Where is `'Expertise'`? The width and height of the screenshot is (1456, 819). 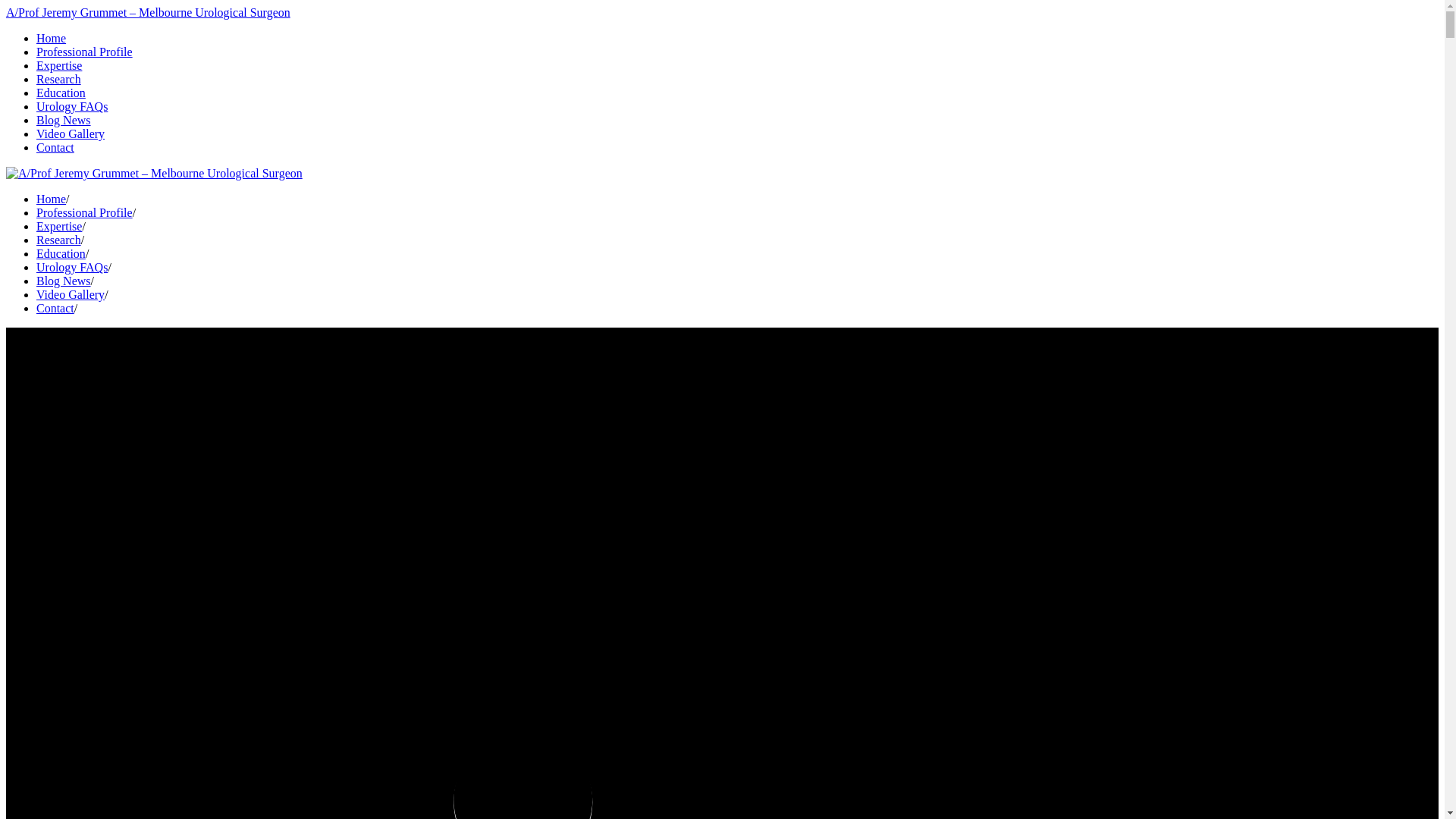 'Expertise' is located at coordinates (58, 64).